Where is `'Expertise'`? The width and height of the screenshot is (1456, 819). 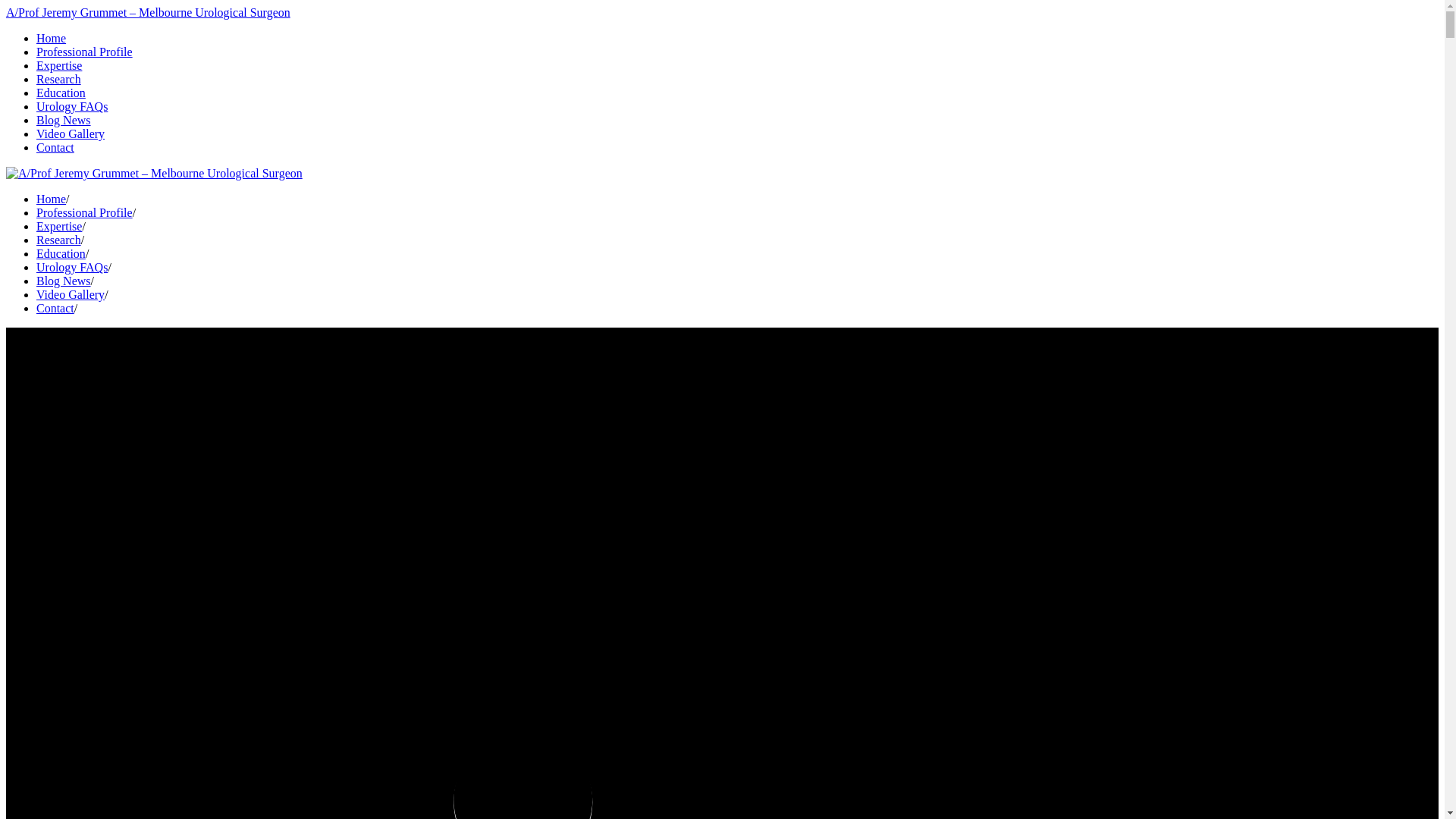 'Expertise' is located at coordinates (58, 64).